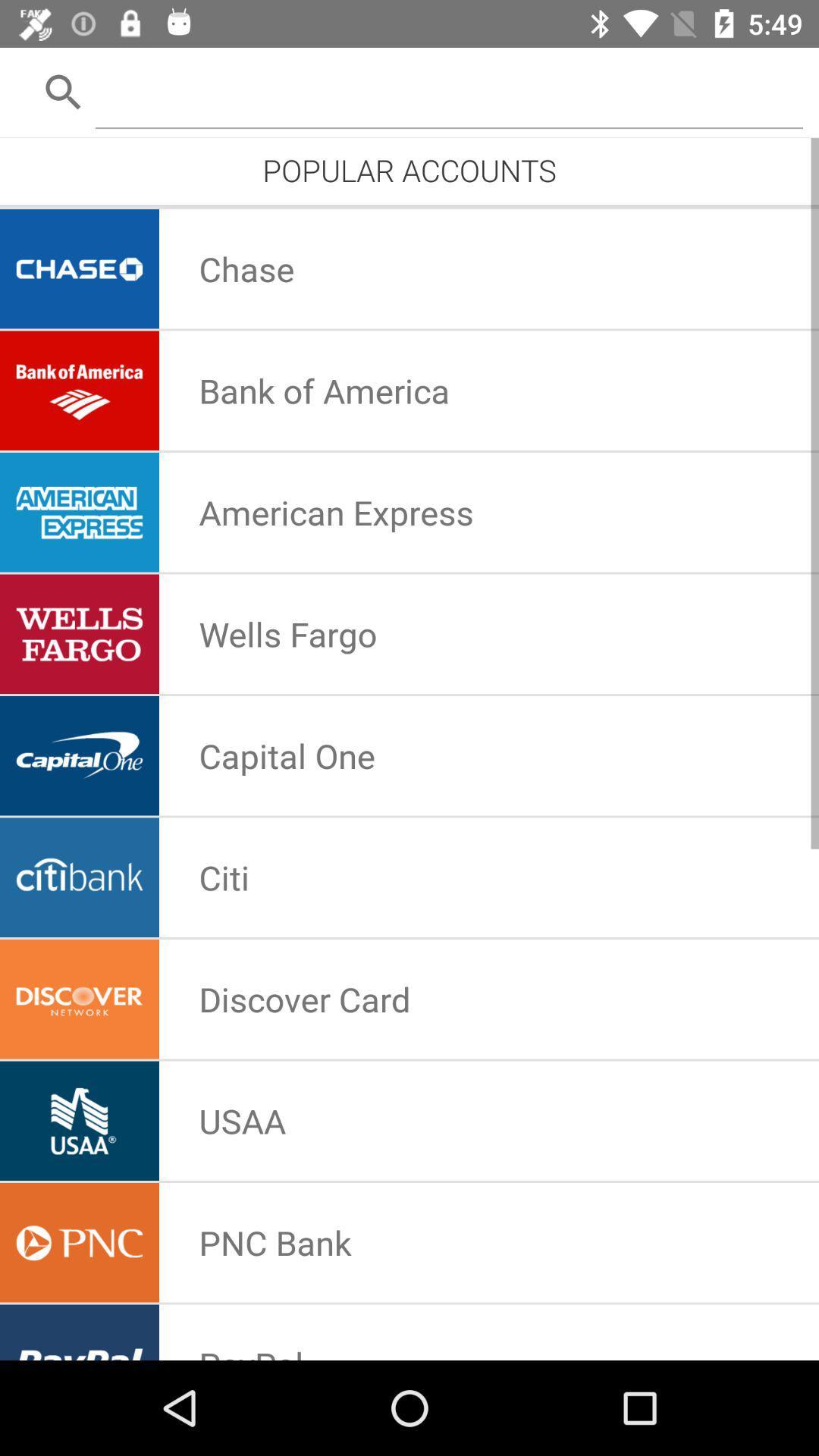 The image size is (819, 1456). What do you see at coordinates (241, 1121) in the screenshot?
I see `the usaa app` at bounding box center [241, 1121].